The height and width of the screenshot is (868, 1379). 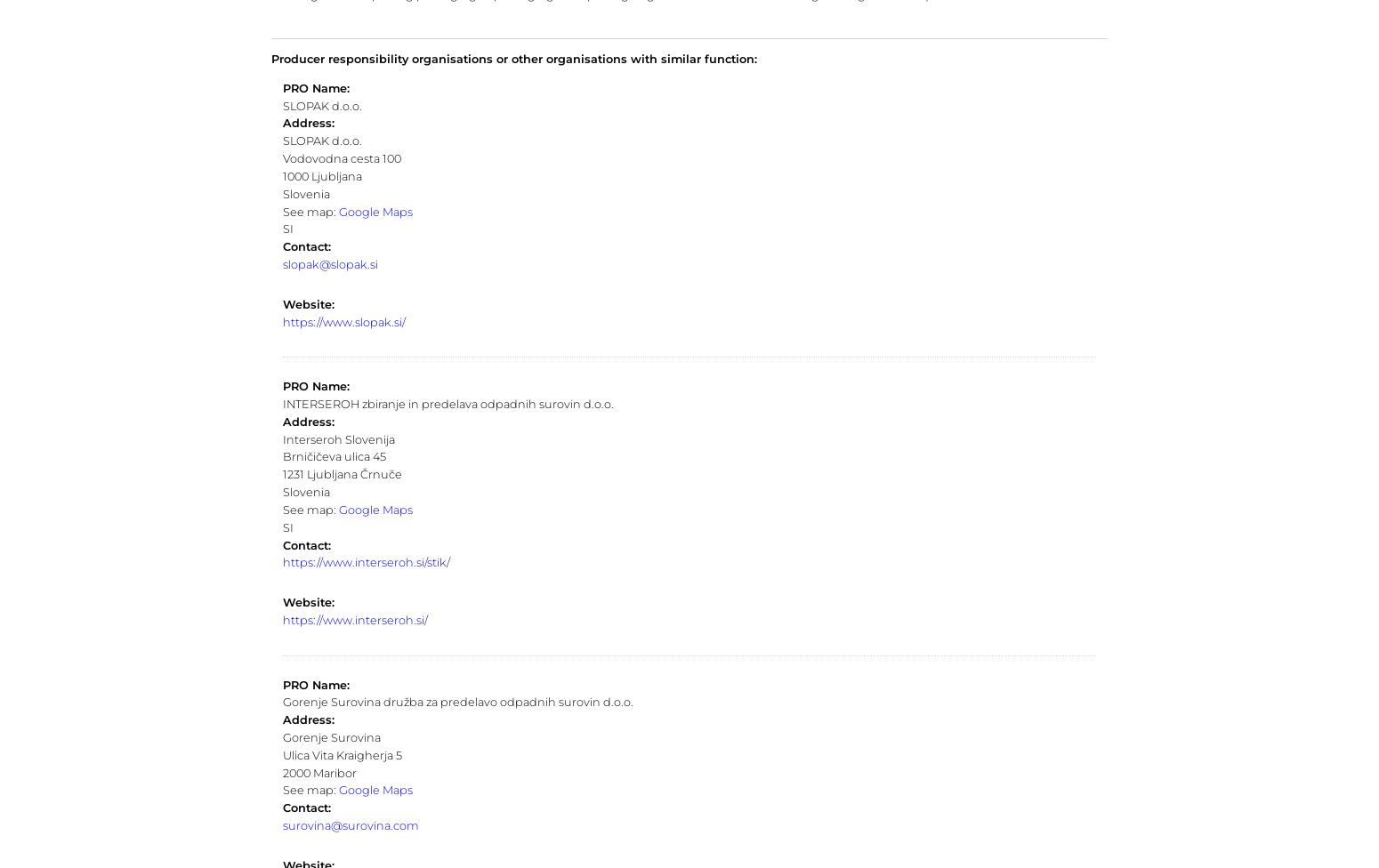 What do you see at coordinates (456, 702) in the screenshot?
I see `'Gorenje Surovina družba za predelavo odpadnih surovin d.o.o.'` at bounding box center [456, 702].